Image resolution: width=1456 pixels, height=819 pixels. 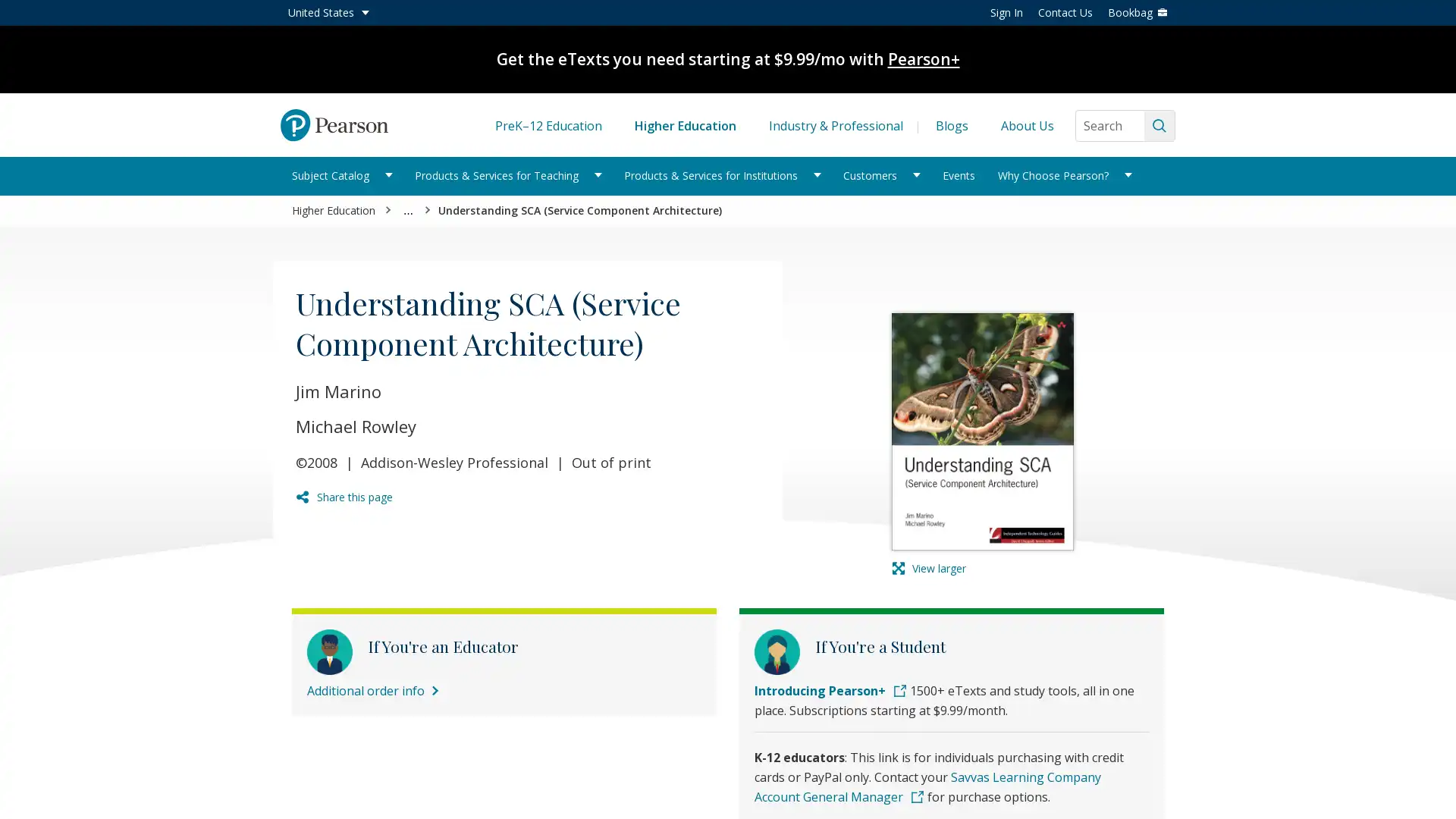 What do you see at coordinates (344, 497) in the screenshot?
I see `Share this page` at bounding box center [344, 497].